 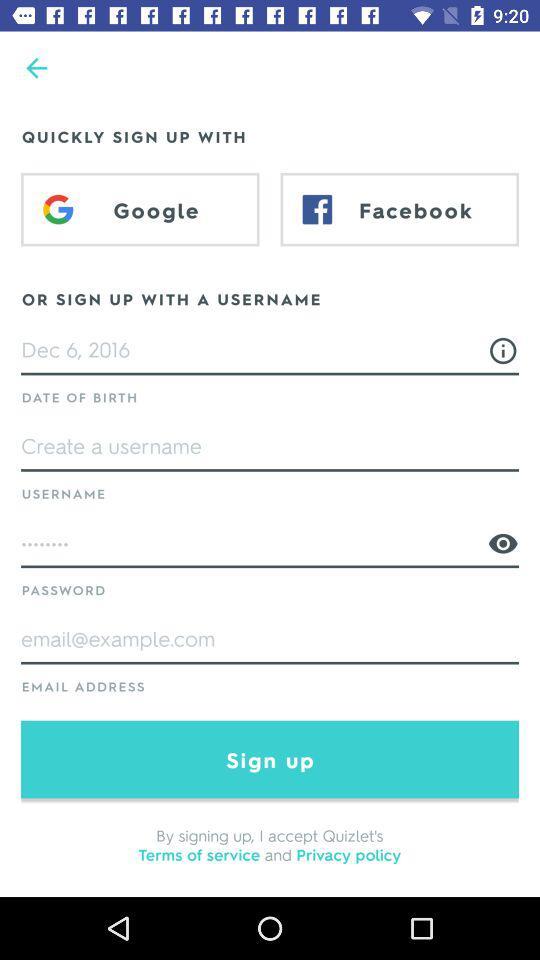 What do you see at coordinates (399, 209) in the screenshot?
I see `facebook at the top right corner` at bounding box center [399, 209].